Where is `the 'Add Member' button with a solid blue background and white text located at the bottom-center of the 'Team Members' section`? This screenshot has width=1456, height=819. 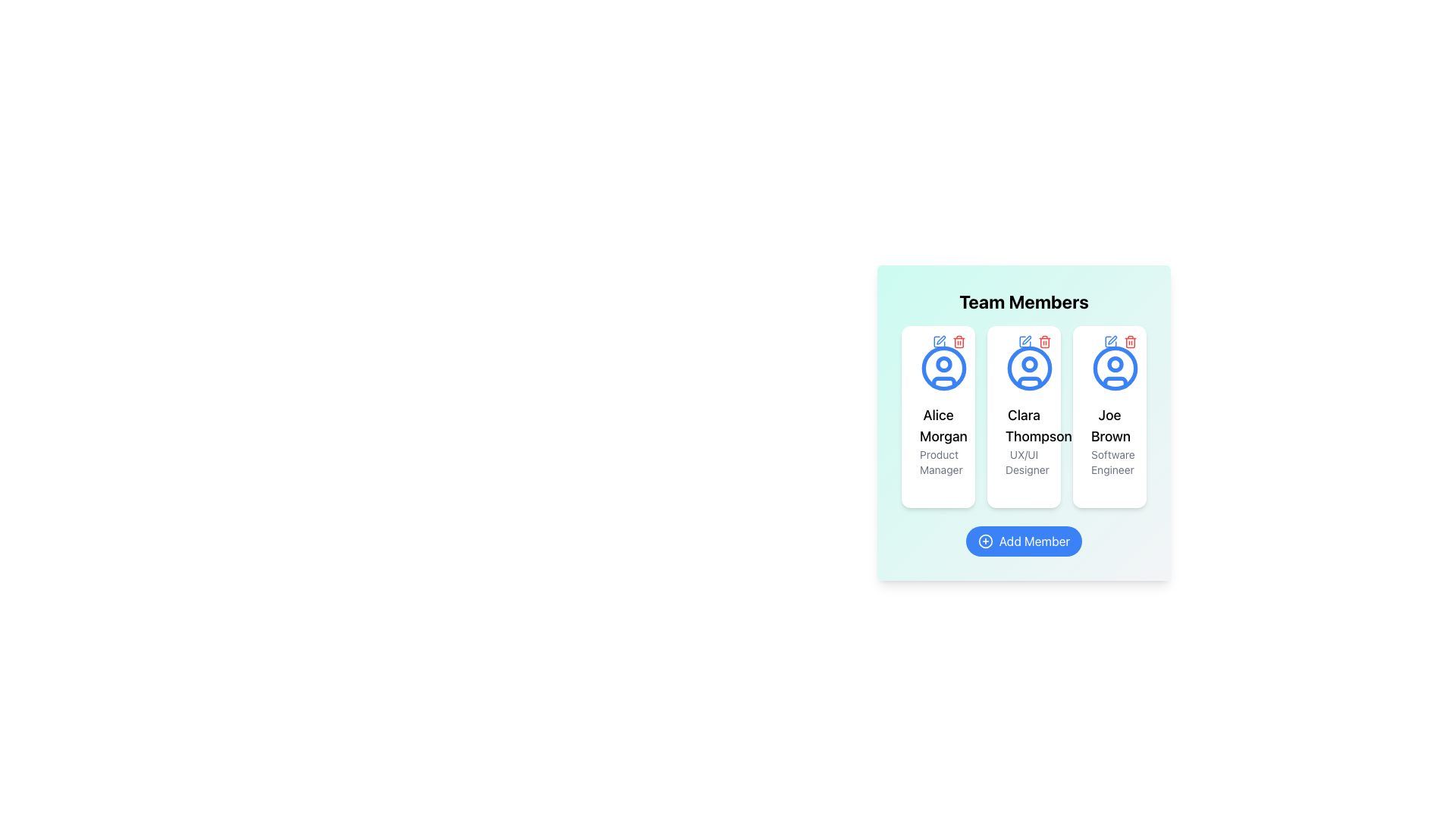
the 'Add Member' button with a solid blue background and white text located at the bottom-center of the 'Team Members' section is located at coordinates (1024, 540).